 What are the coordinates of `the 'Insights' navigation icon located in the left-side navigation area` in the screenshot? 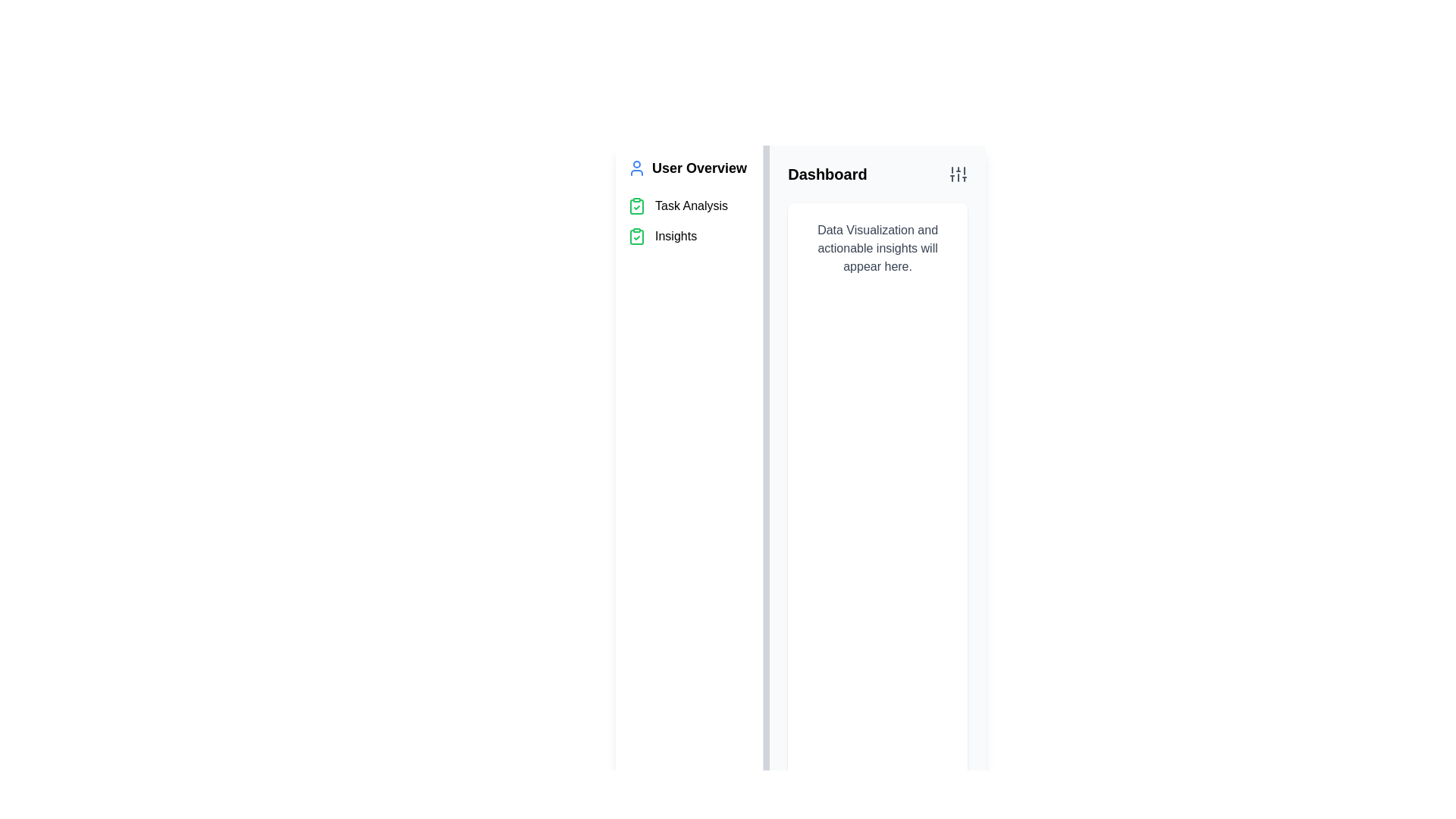 It's located at (637, 206).